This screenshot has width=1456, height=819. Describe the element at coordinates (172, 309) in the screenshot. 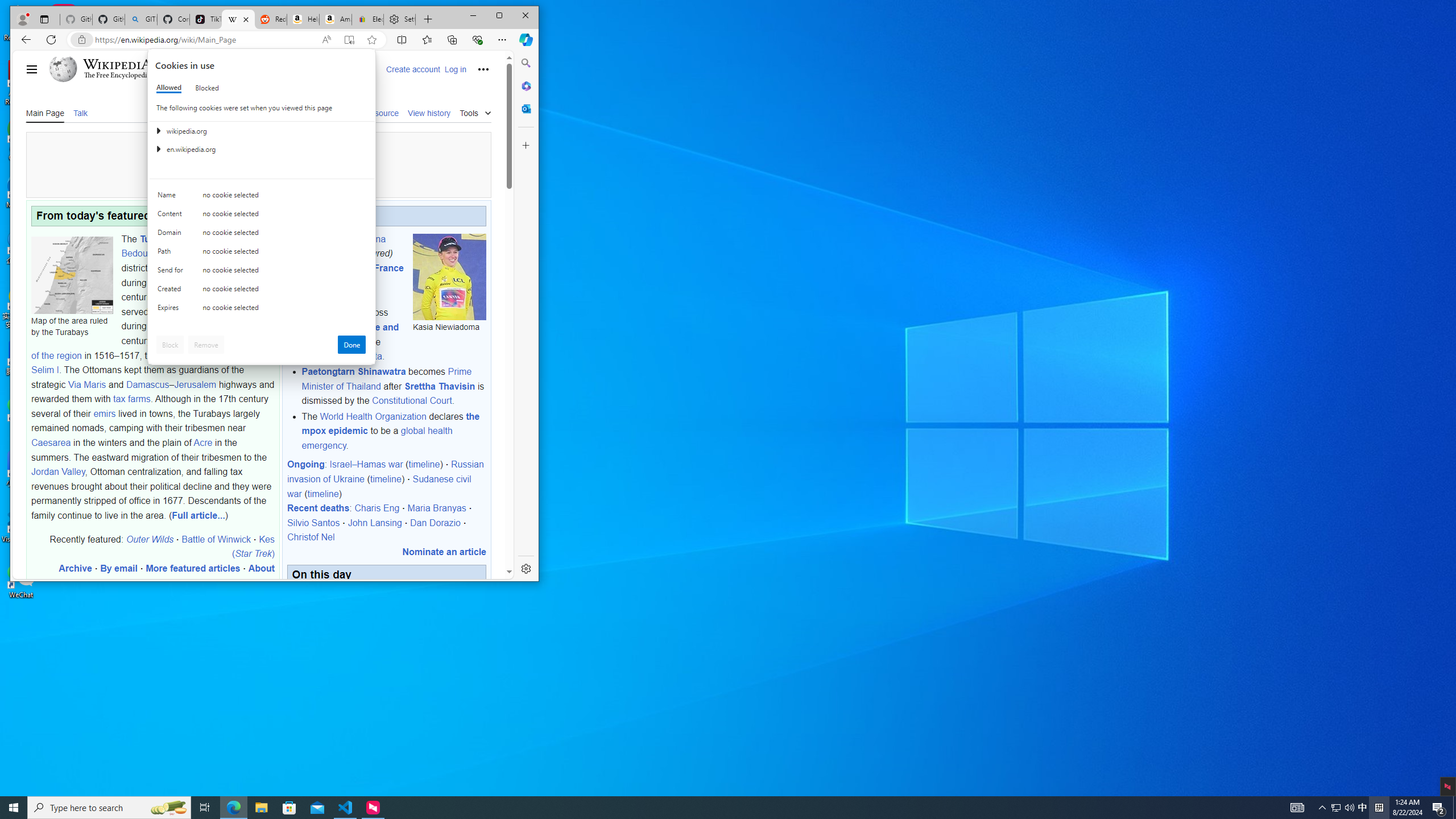

I see `'Expires'` at that location.